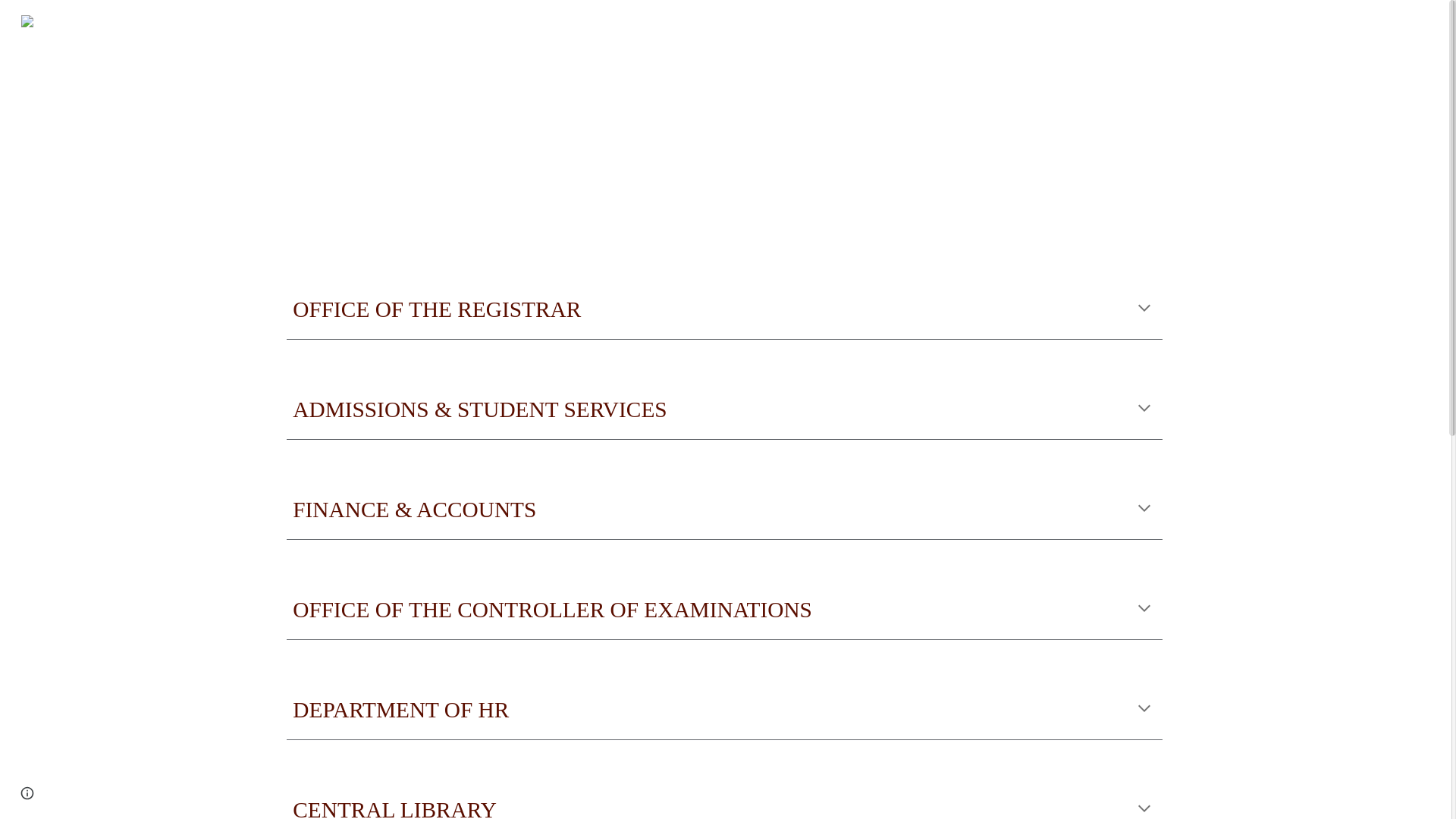  I want to click on 'VIRTUAL', so click(67, 20).